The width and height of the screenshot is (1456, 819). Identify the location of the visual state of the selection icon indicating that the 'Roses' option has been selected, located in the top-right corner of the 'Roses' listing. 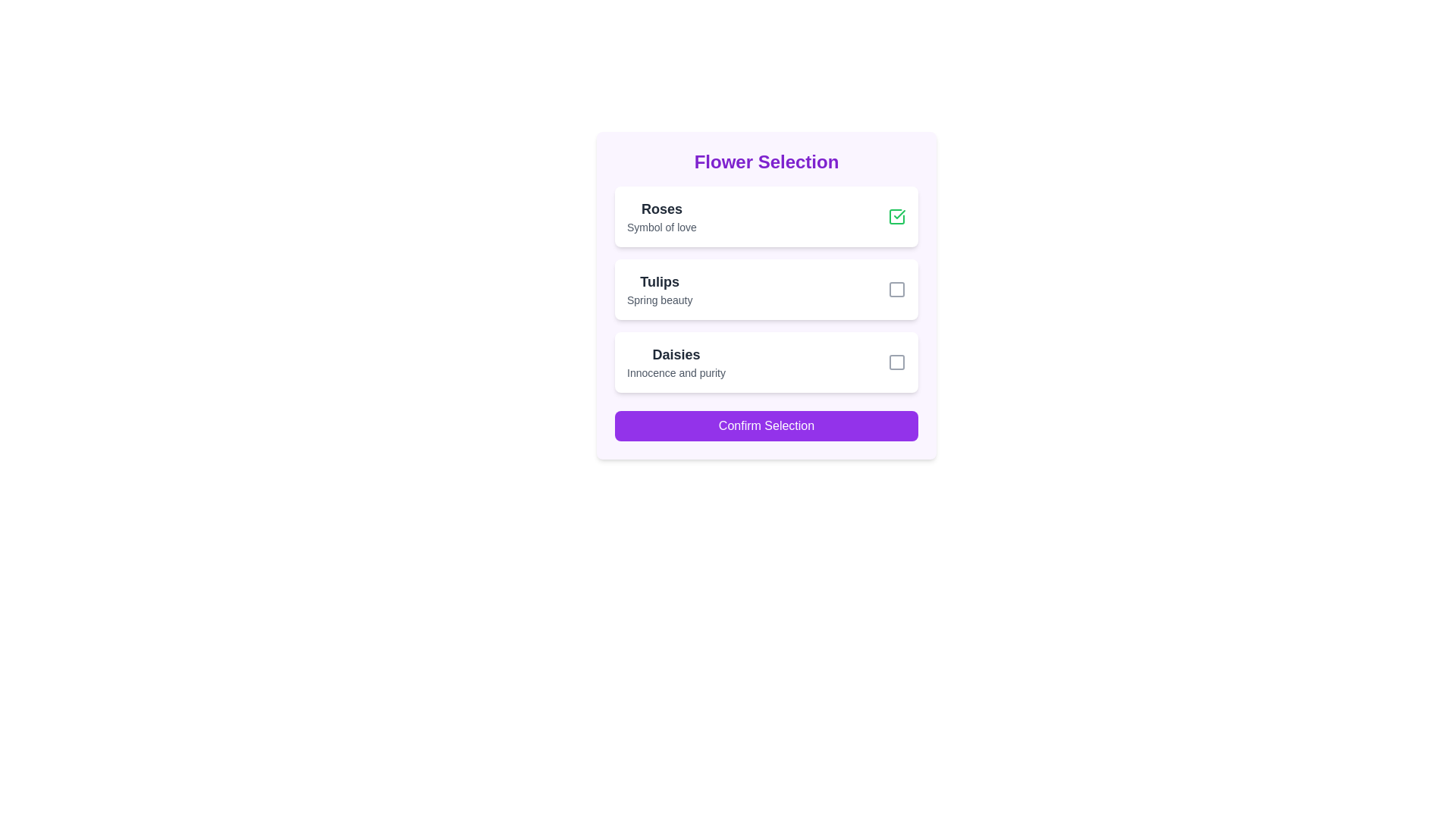
(899, 214).